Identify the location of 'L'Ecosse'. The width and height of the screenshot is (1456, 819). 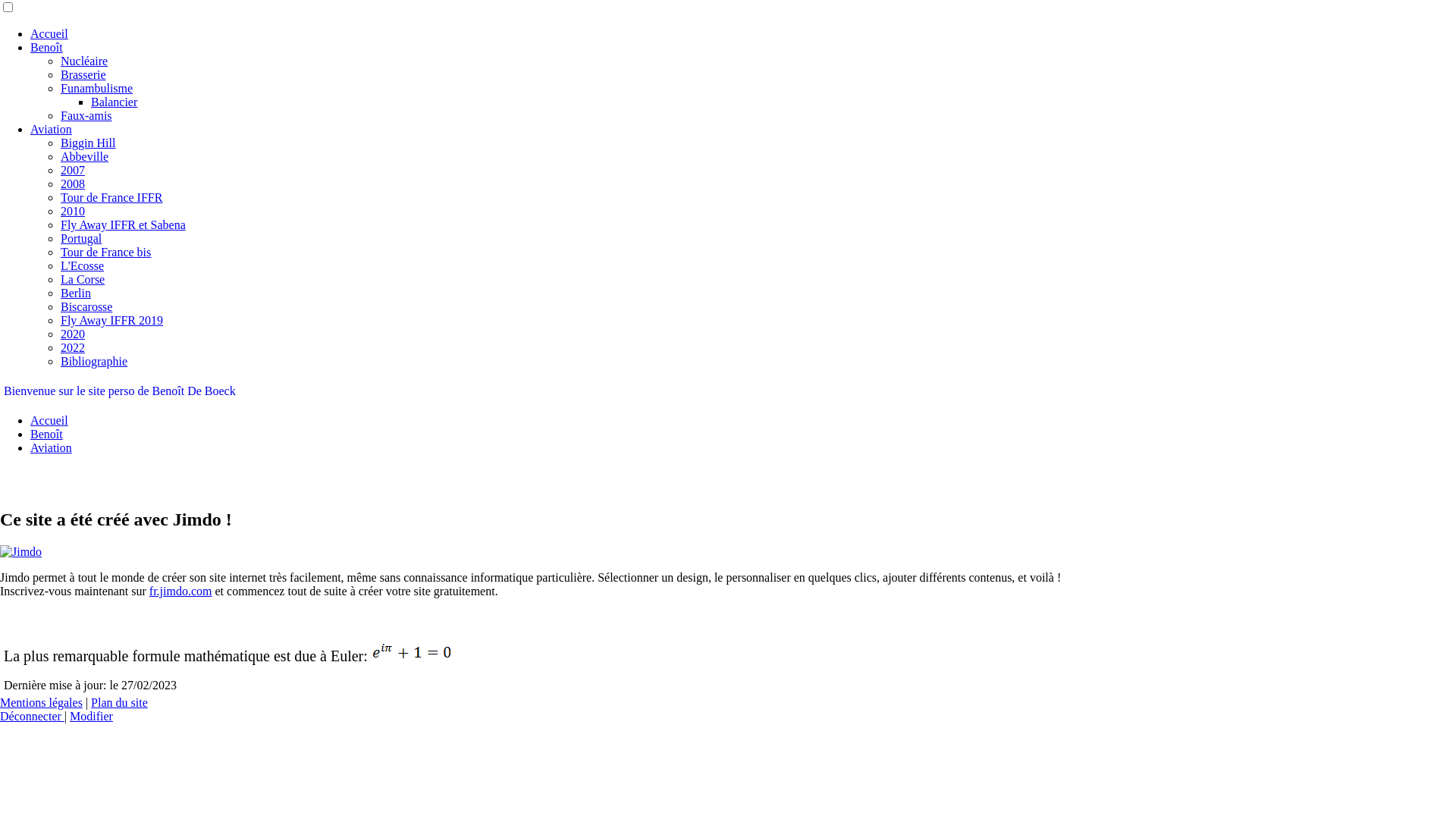
(81, 265).